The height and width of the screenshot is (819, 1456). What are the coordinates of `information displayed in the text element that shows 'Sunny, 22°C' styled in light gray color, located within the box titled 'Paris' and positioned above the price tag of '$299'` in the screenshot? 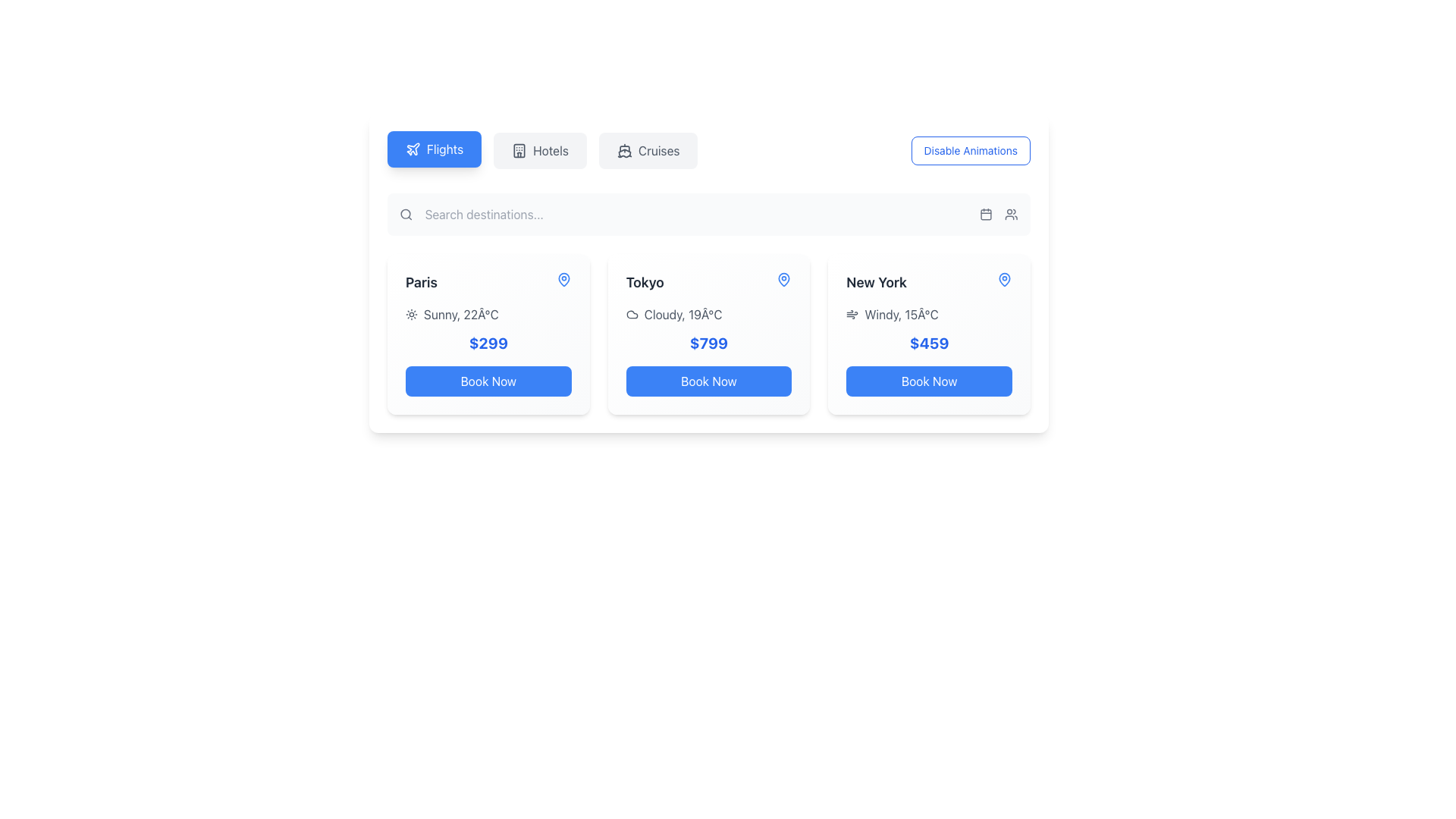 It's located at (488, 314).